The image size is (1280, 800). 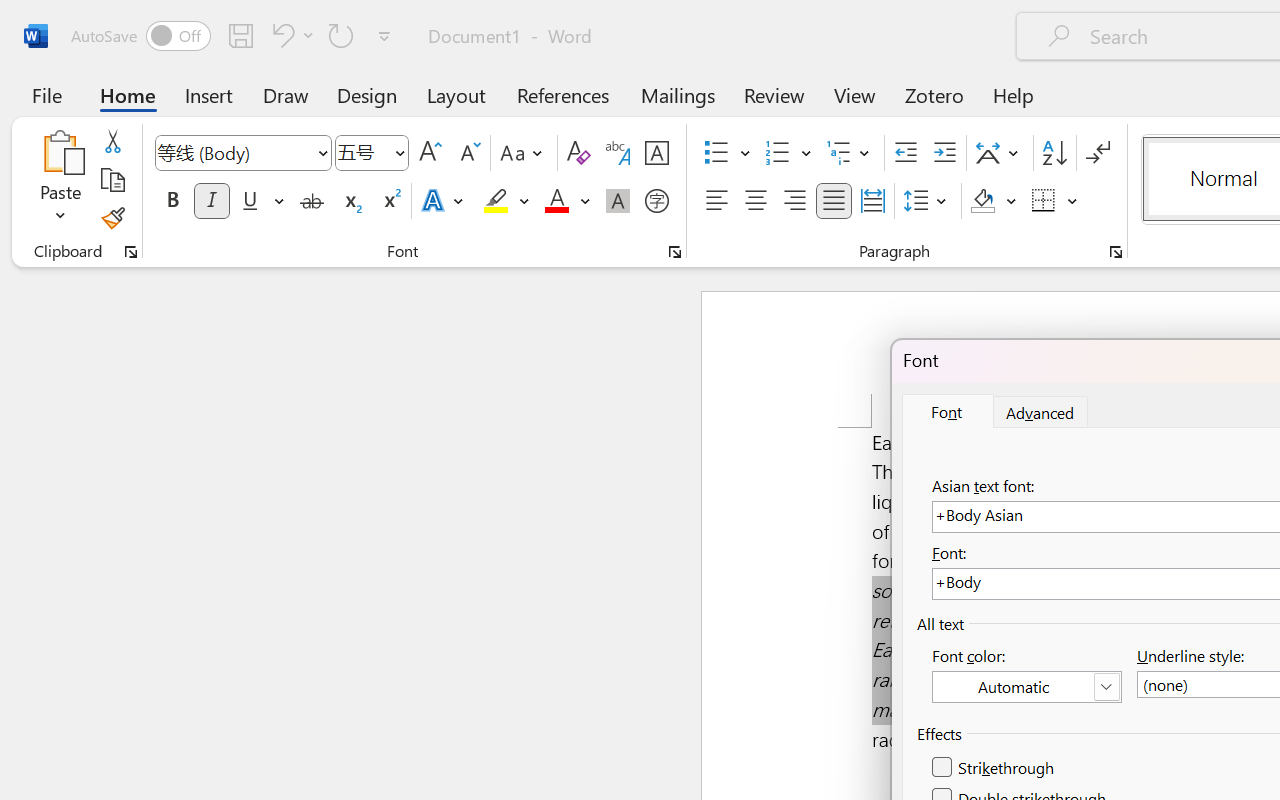 I want to click on 'Font Color (Automatic)', so click(x=1027, y=687).